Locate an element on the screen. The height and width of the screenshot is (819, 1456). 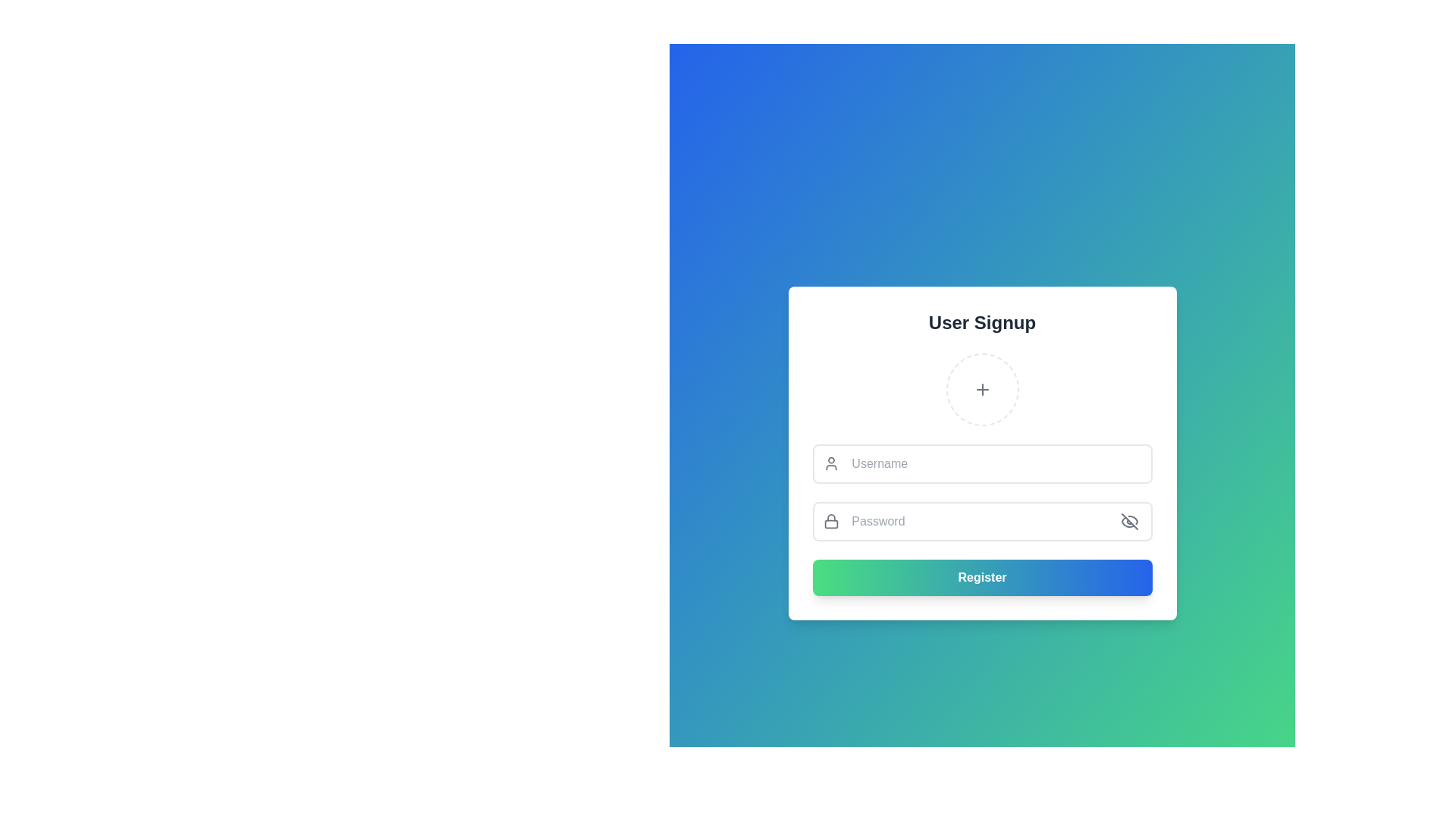
the password visibility toggle button located at the right end of the password input field is located at coordinates (1129, 520).